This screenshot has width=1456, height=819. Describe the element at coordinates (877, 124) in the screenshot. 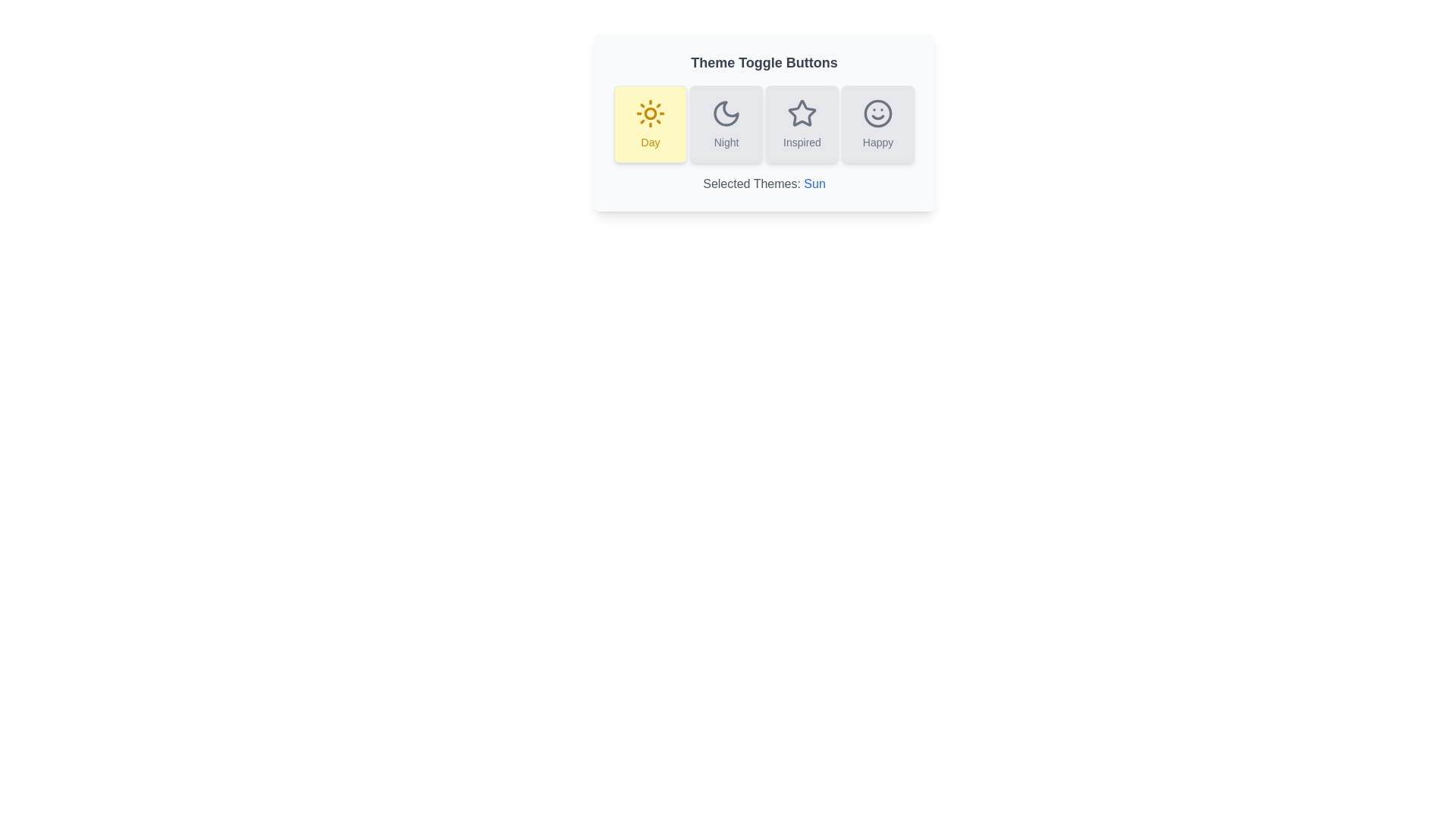

I see `the 'Happy' theme toggle button, which is the fourth button in a horizontal group, positioned to the right of the 'Inspired' button` at that location.